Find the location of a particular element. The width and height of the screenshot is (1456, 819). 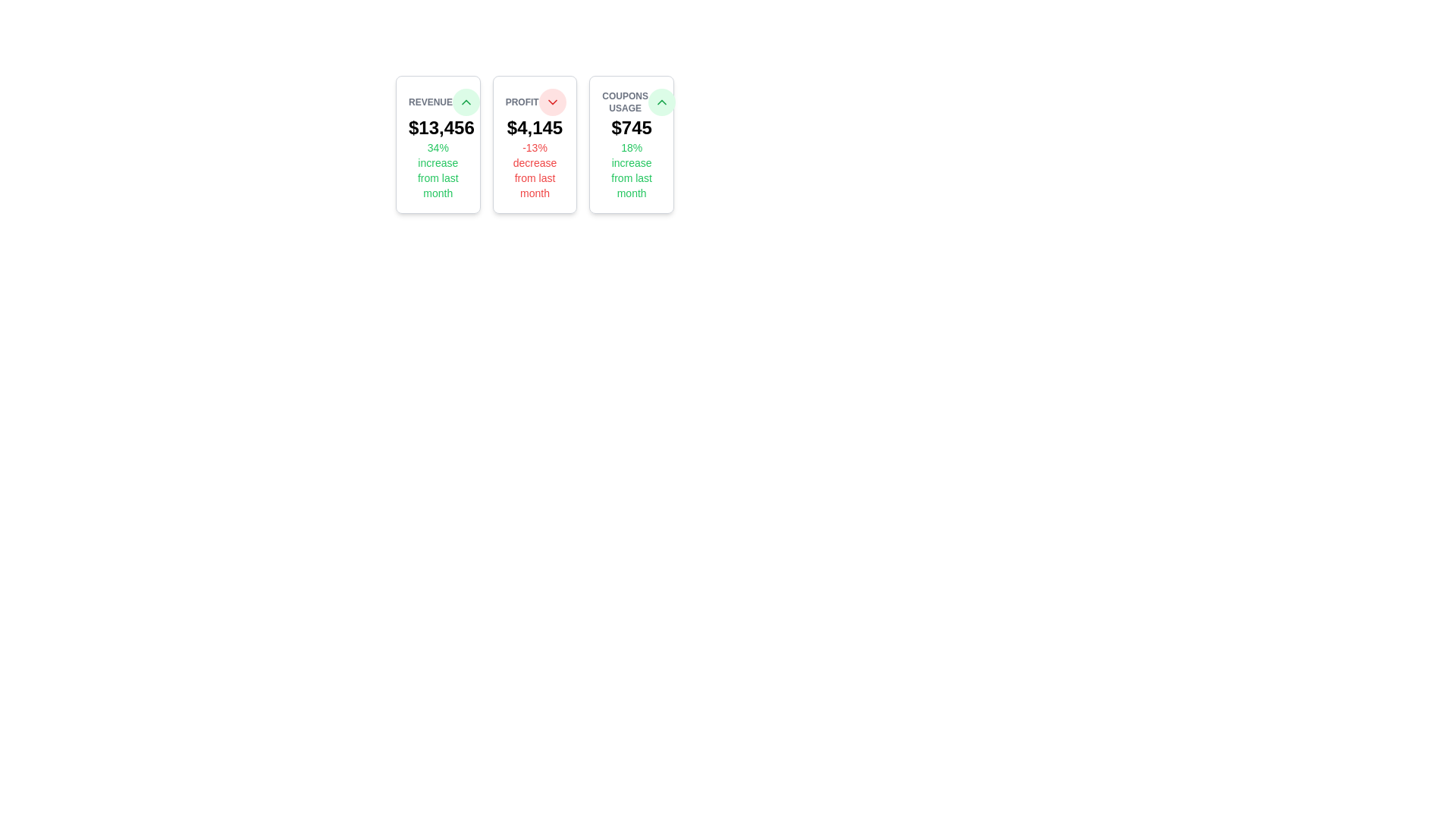

the label displaying '18% increase from last month' which is styled in green and located below the monetary value '$745' in the 'COUPONS USAGE' card is located at coordinates (632, 170).